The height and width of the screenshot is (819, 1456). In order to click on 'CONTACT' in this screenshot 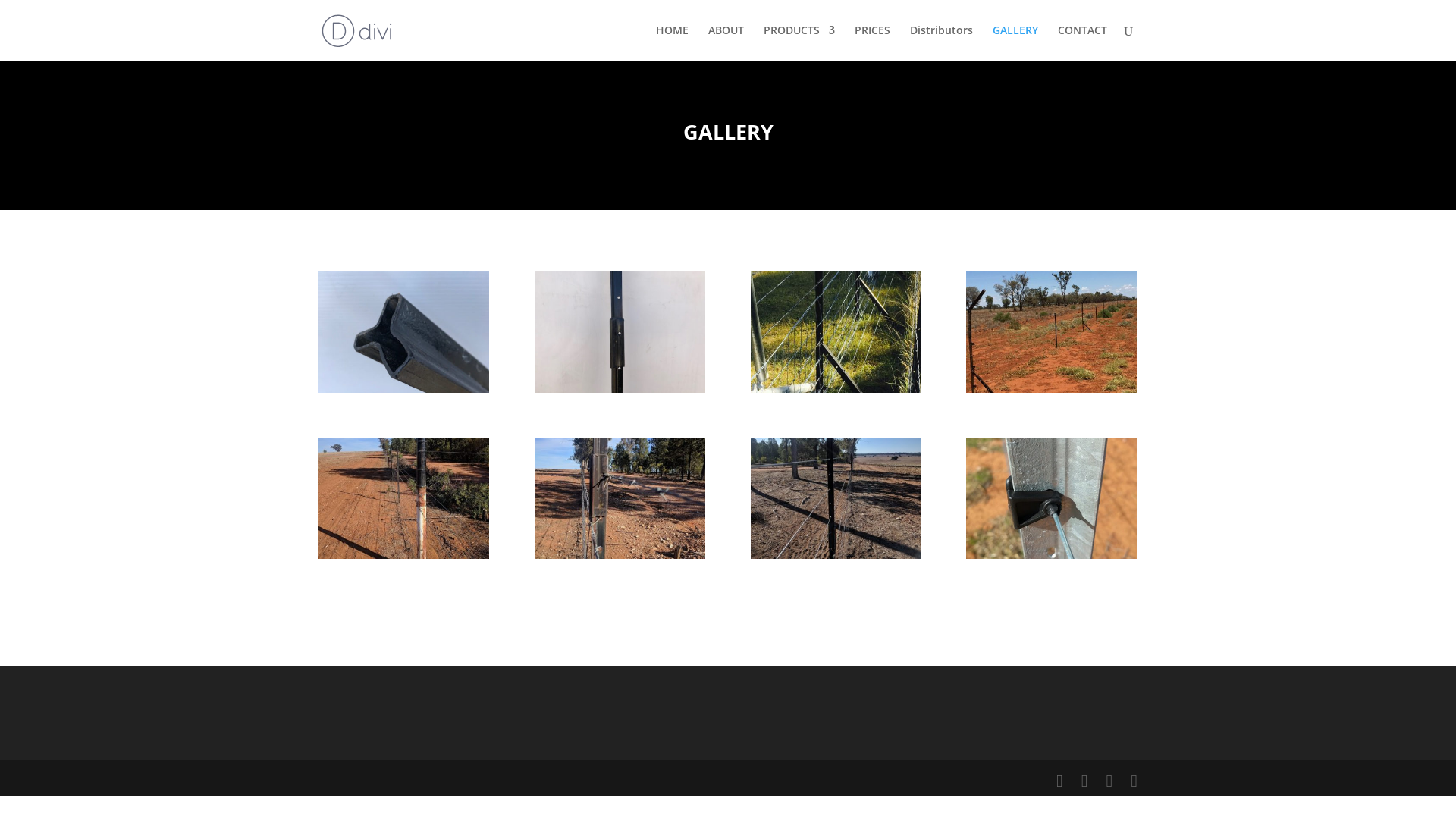, I will do `click(1081, 42)`.